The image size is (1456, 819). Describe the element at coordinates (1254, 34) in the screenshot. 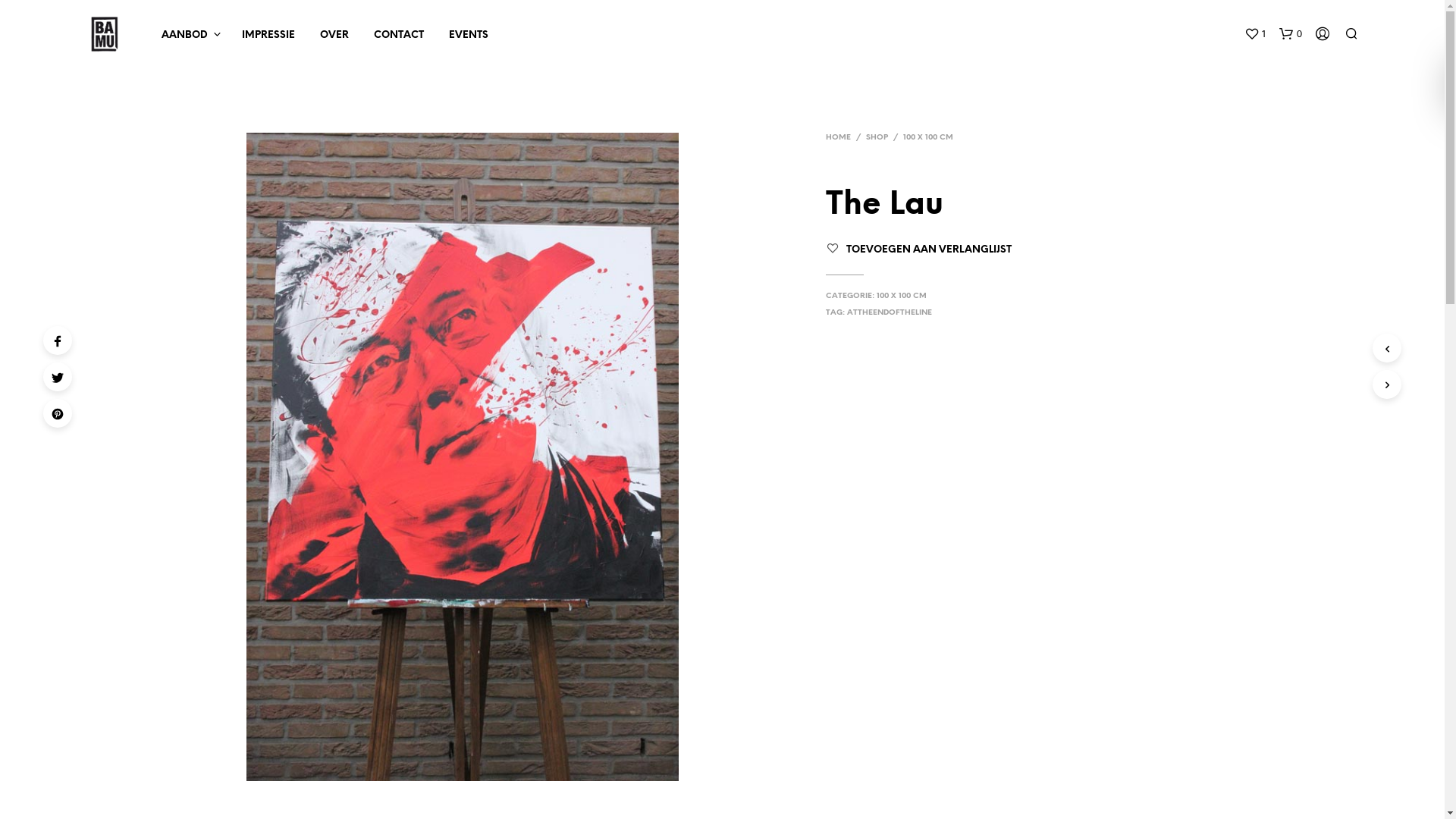

I see `'1'` at that location.